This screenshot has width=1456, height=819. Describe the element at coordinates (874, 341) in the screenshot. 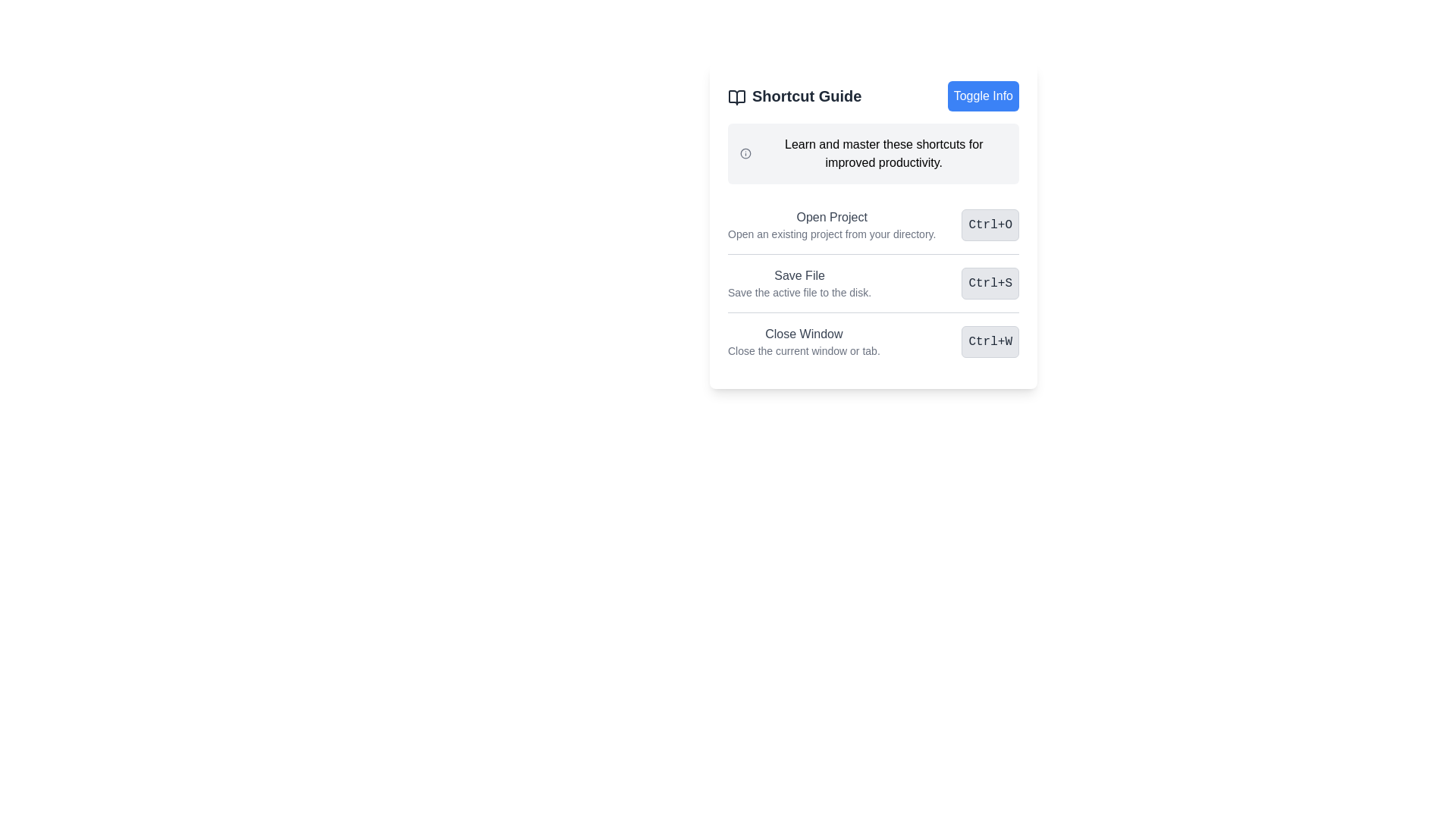

I see `the third list item in the 'Shortcut Guide' panel to read the tooltip text for 'Ctrl+W' which closes the current window or tab` at that location.